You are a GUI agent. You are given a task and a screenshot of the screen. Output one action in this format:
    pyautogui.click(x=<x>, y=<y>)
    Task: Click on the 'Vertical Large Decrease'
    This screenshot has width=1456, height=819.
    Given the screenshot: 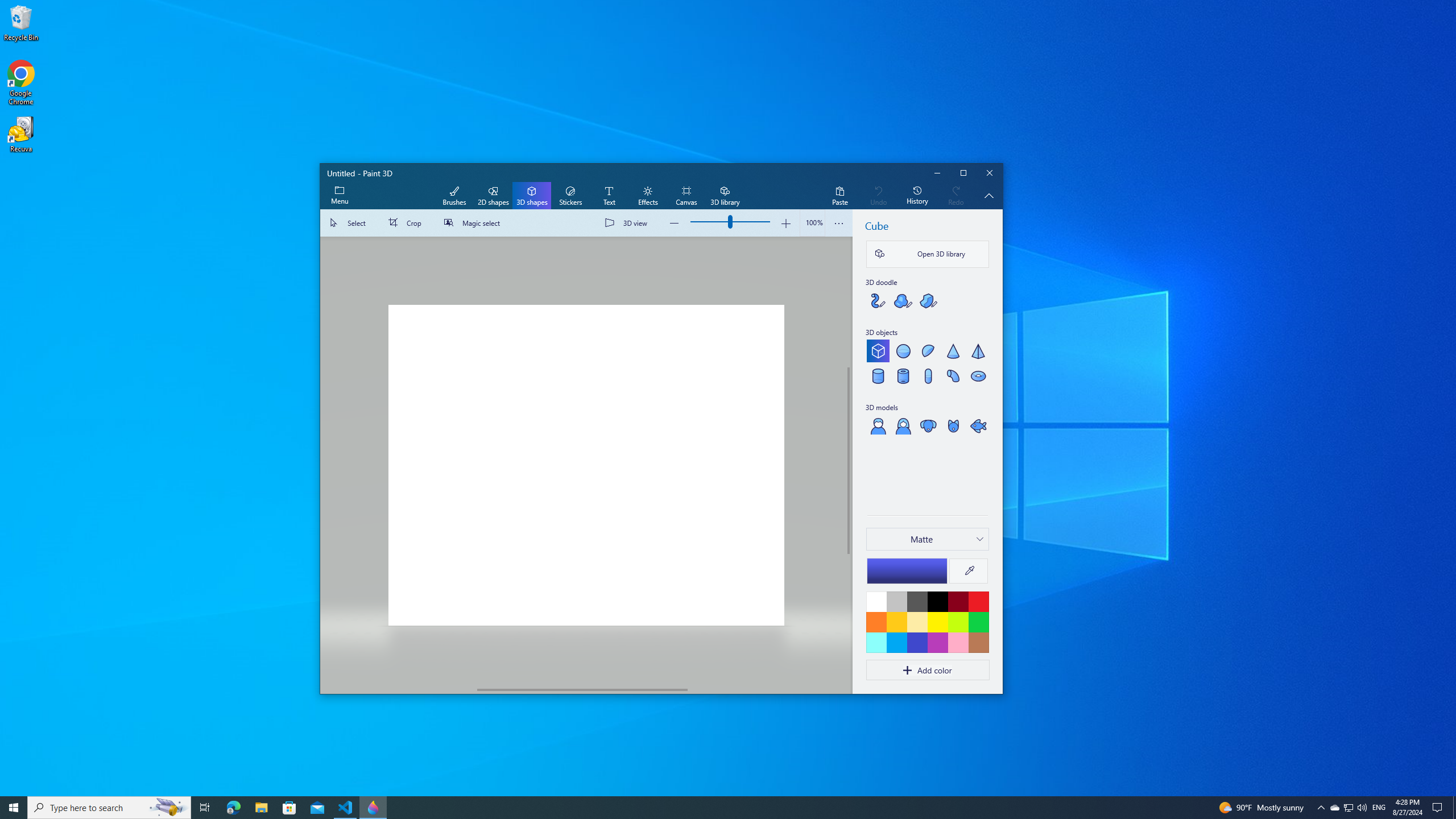 What is the action you would take?
    pyautogui.click(x=848, y=302)
    